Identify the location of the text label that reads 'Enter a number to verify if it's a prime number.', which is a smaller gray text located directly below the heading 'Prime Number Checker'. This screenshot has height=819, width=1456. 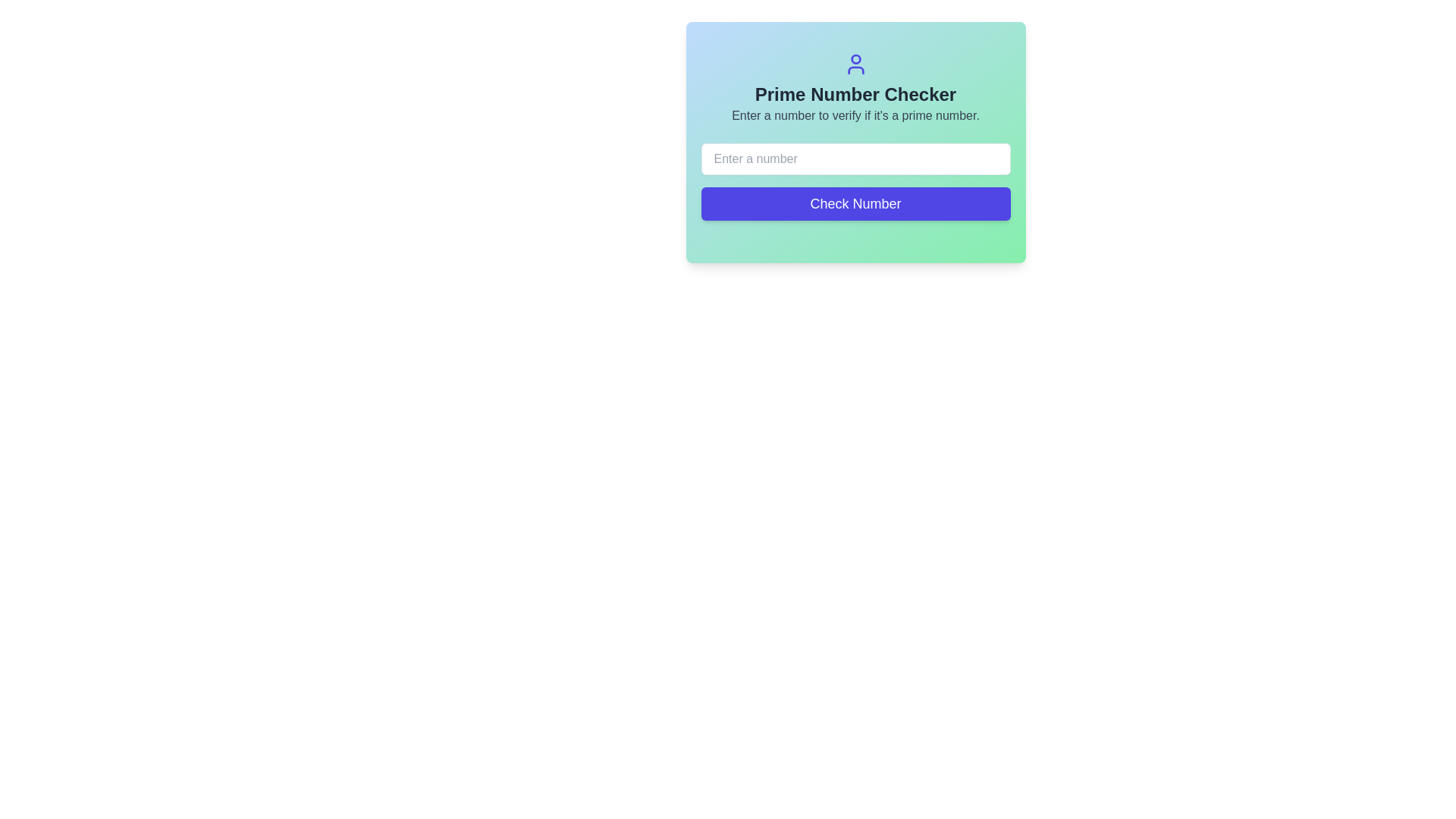
(855, 115).